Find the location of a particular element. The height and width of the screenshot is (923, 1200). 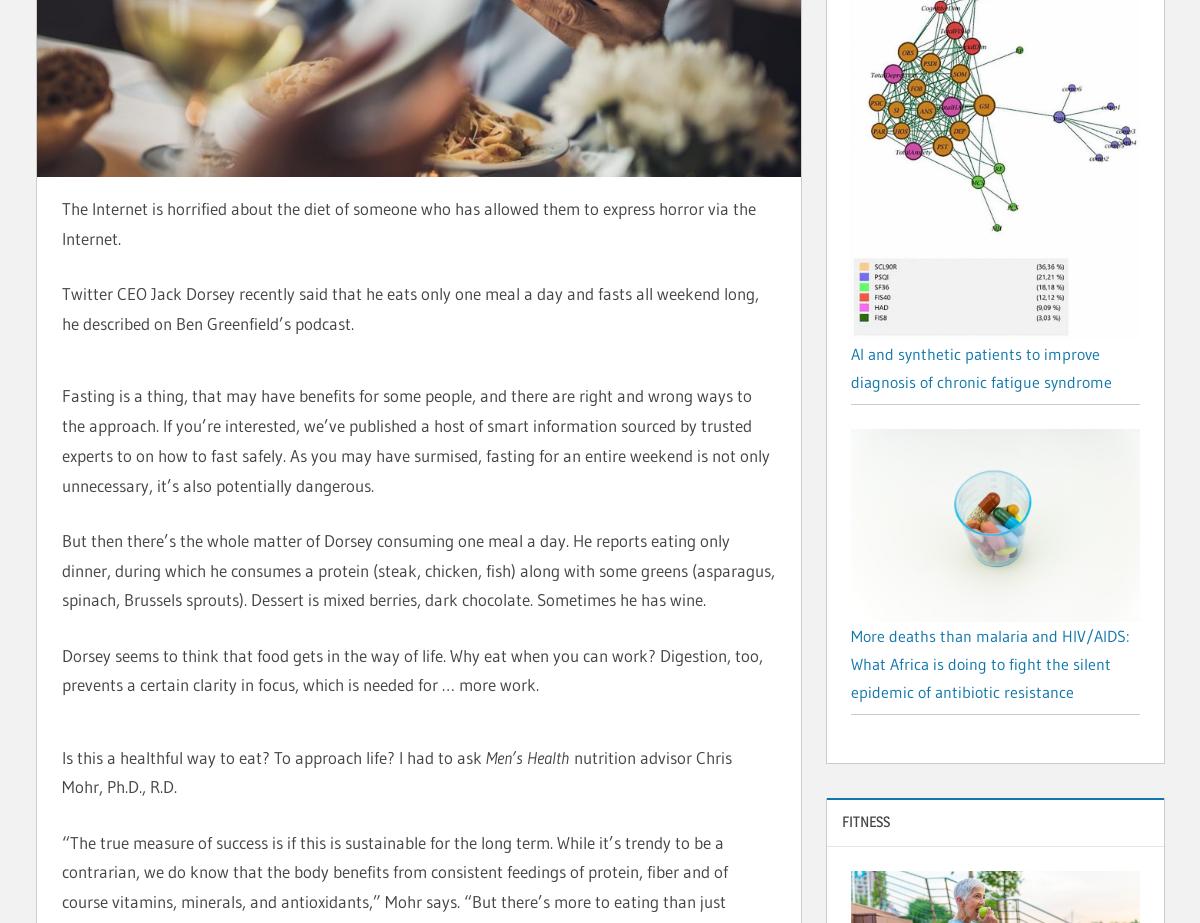

'Twitter CEO Jack Dorsey recently said that he eats only one meal a day and fasts all weekend long, he described on Ben Greenfield’s podcast.' is located at coordinates (410, 308).